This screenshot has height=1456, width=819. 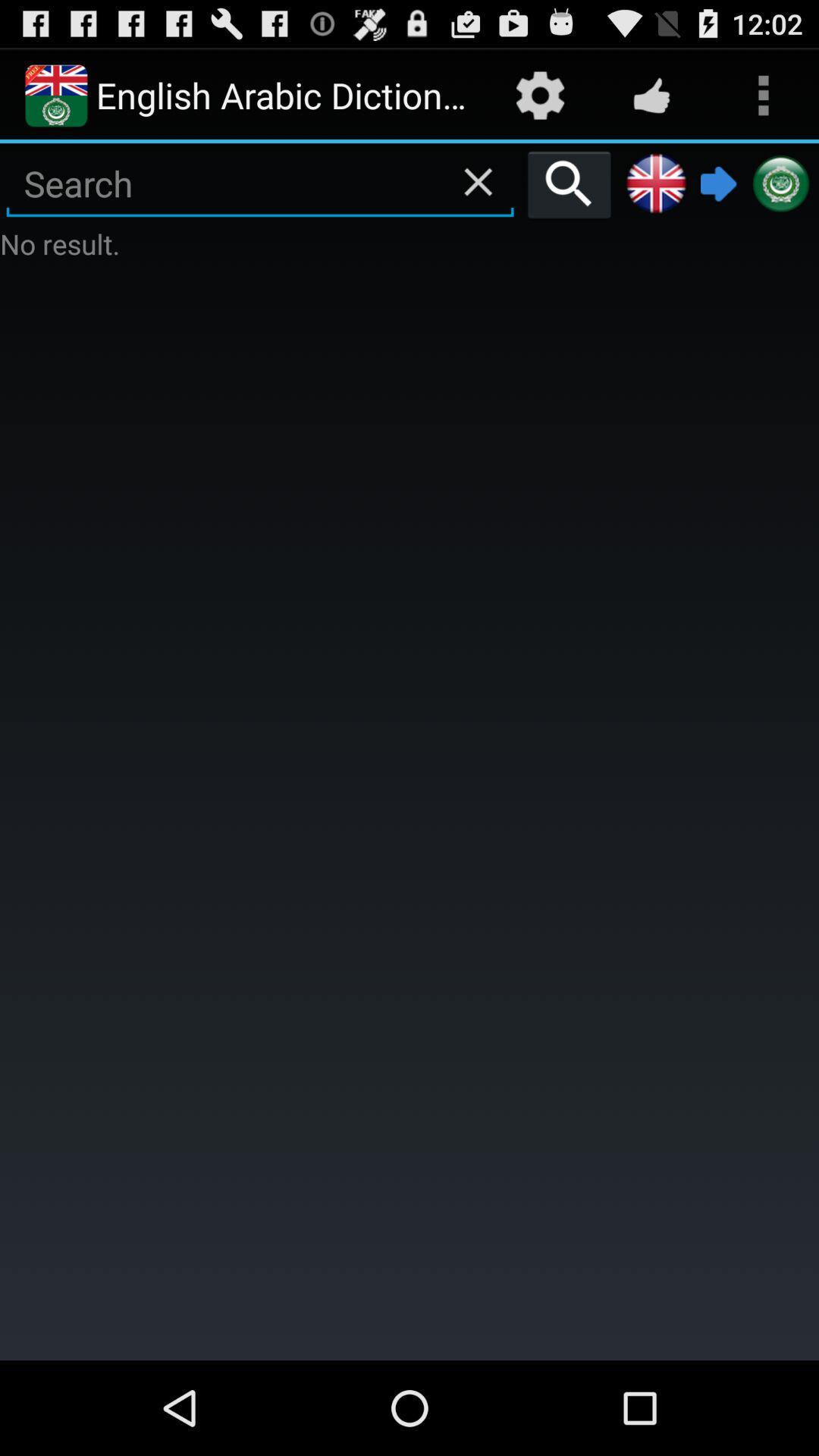 I want to click on the icon next to search icon, so click(x=656, y=184).